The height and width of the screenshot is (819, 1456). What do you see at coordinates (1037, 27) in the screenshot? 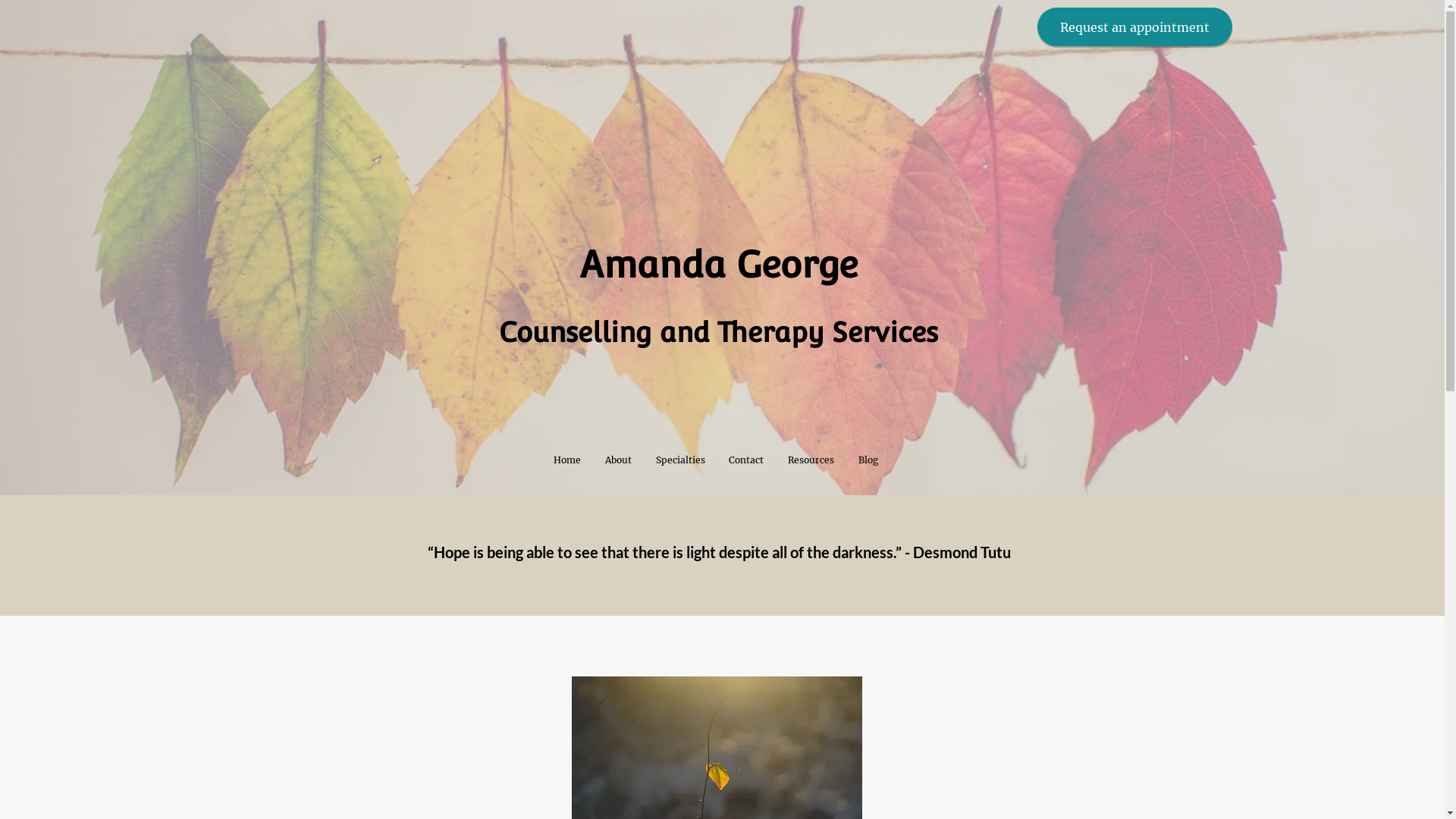
I see `'Request an appointment'` at bounding box center [1037, 27].